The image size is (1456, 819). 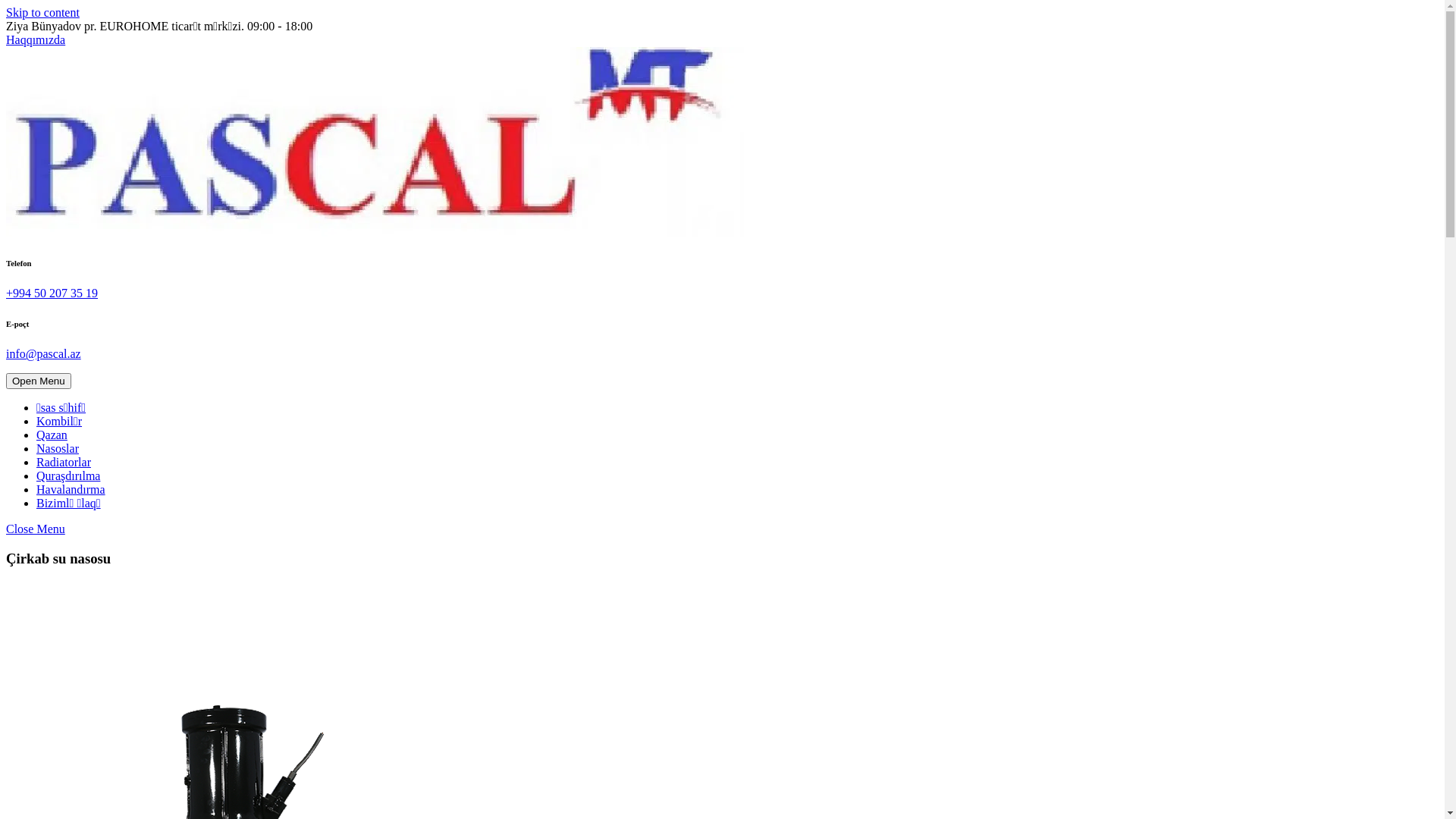 What do you see at coordinates (52, 293) in the screenshot?
I see `'+994 50 207 35 19'` at bounding box center [52, 293].